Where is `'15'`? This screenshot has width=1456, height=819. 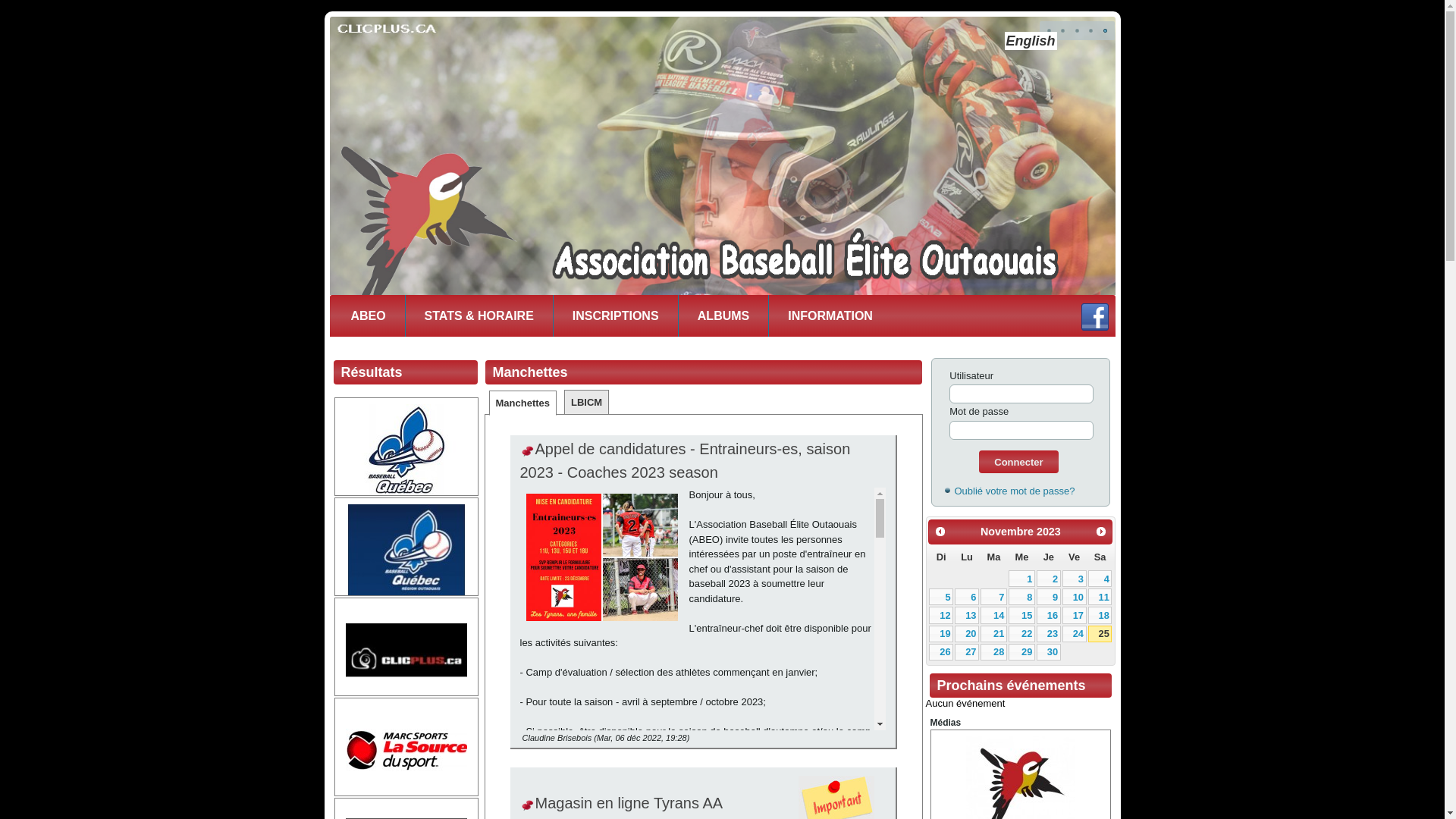
'15' is located at coordinates (1008, 614).